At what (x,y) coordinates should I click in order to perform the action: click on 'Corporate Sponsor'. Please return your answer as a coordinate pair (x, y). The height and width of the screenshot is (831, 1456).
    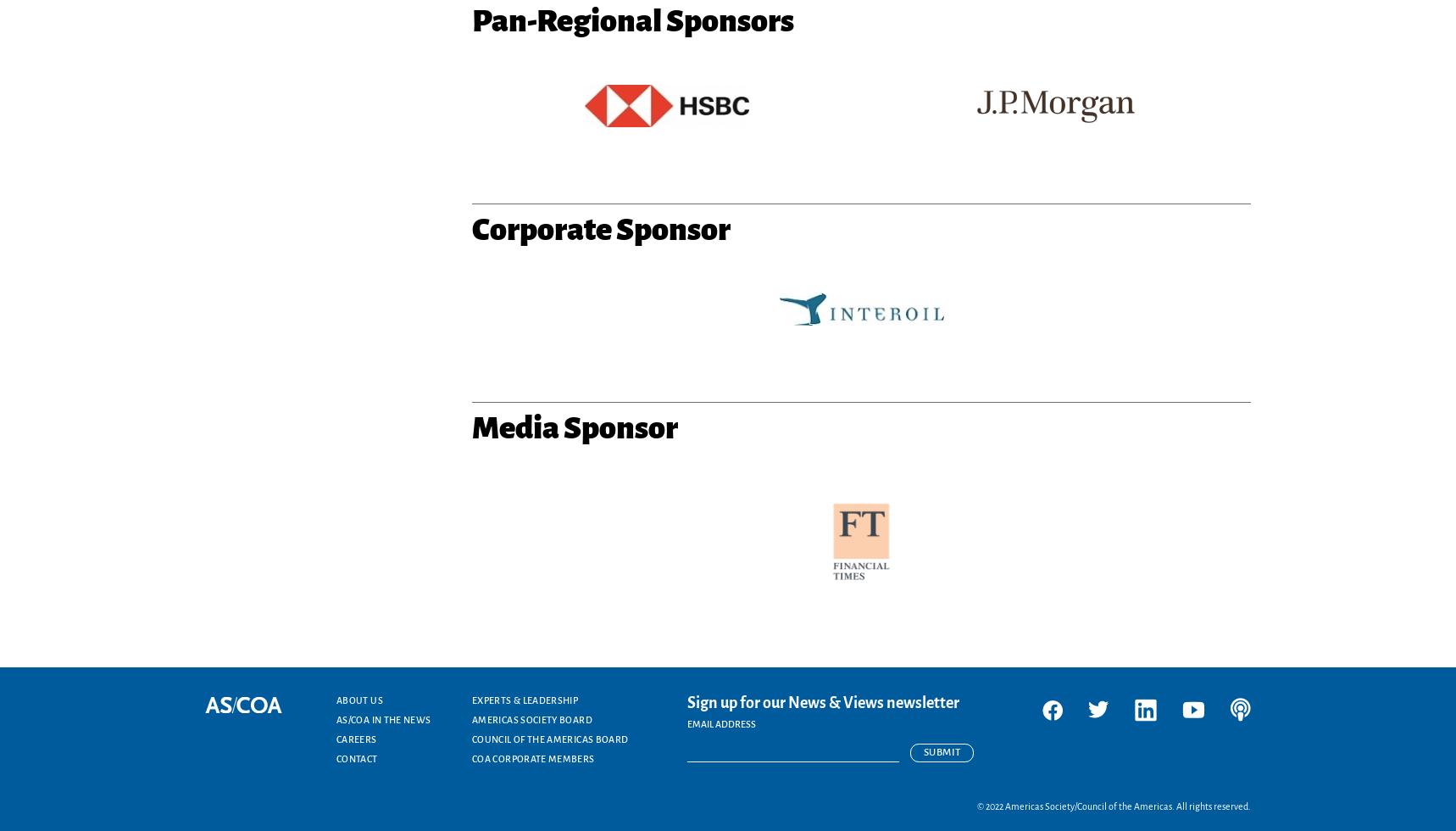
    Looking at the image, I should click on (600, 228).